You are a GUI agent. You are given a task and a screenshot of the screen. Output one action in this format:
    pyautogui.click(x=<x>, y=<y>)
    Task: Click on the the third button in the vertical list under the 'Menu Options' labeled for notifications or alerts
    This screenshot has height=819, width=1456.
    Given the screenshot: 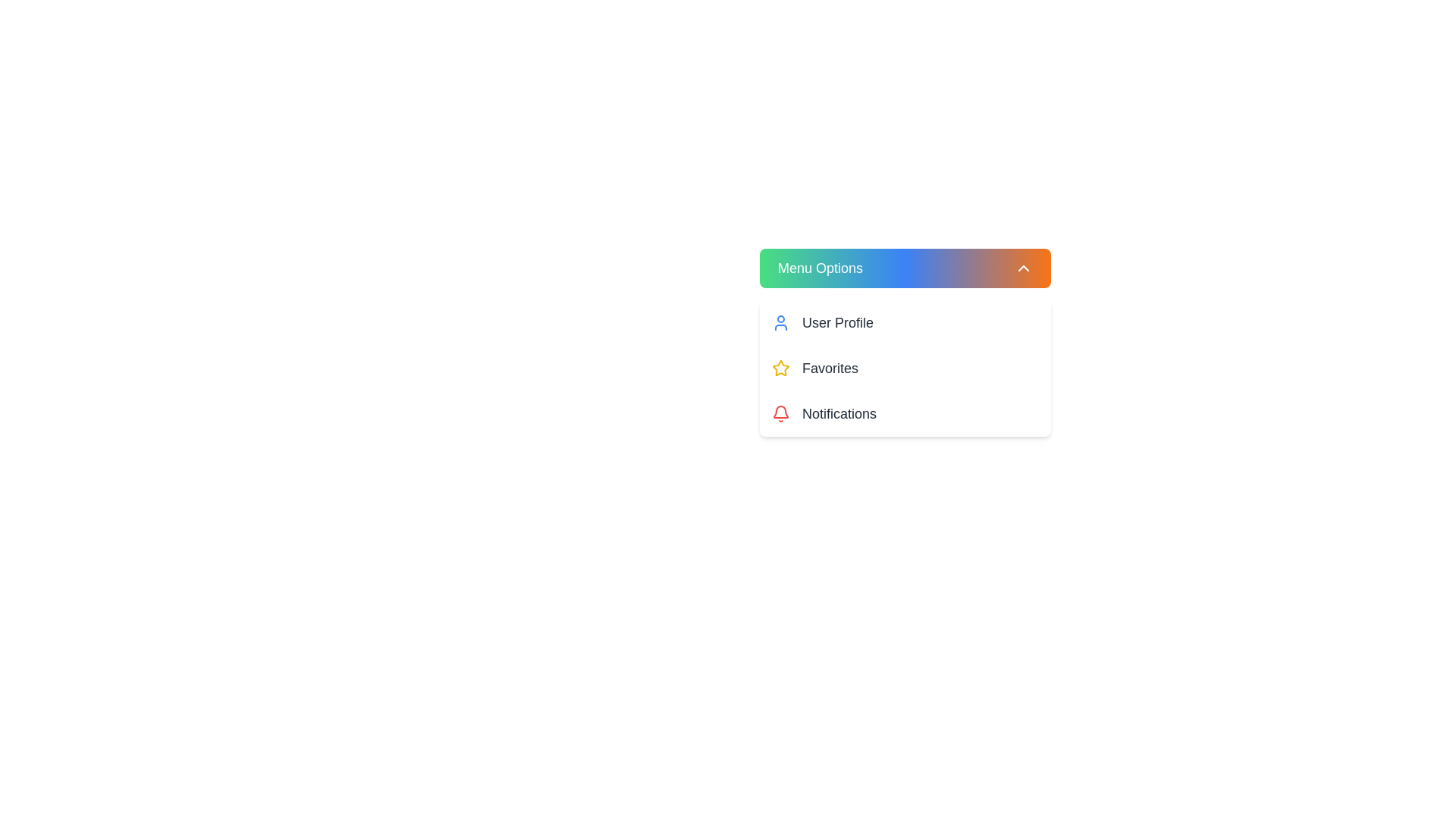 What is the action you would take?
    pyautogui.click(x=905, y=414)
    